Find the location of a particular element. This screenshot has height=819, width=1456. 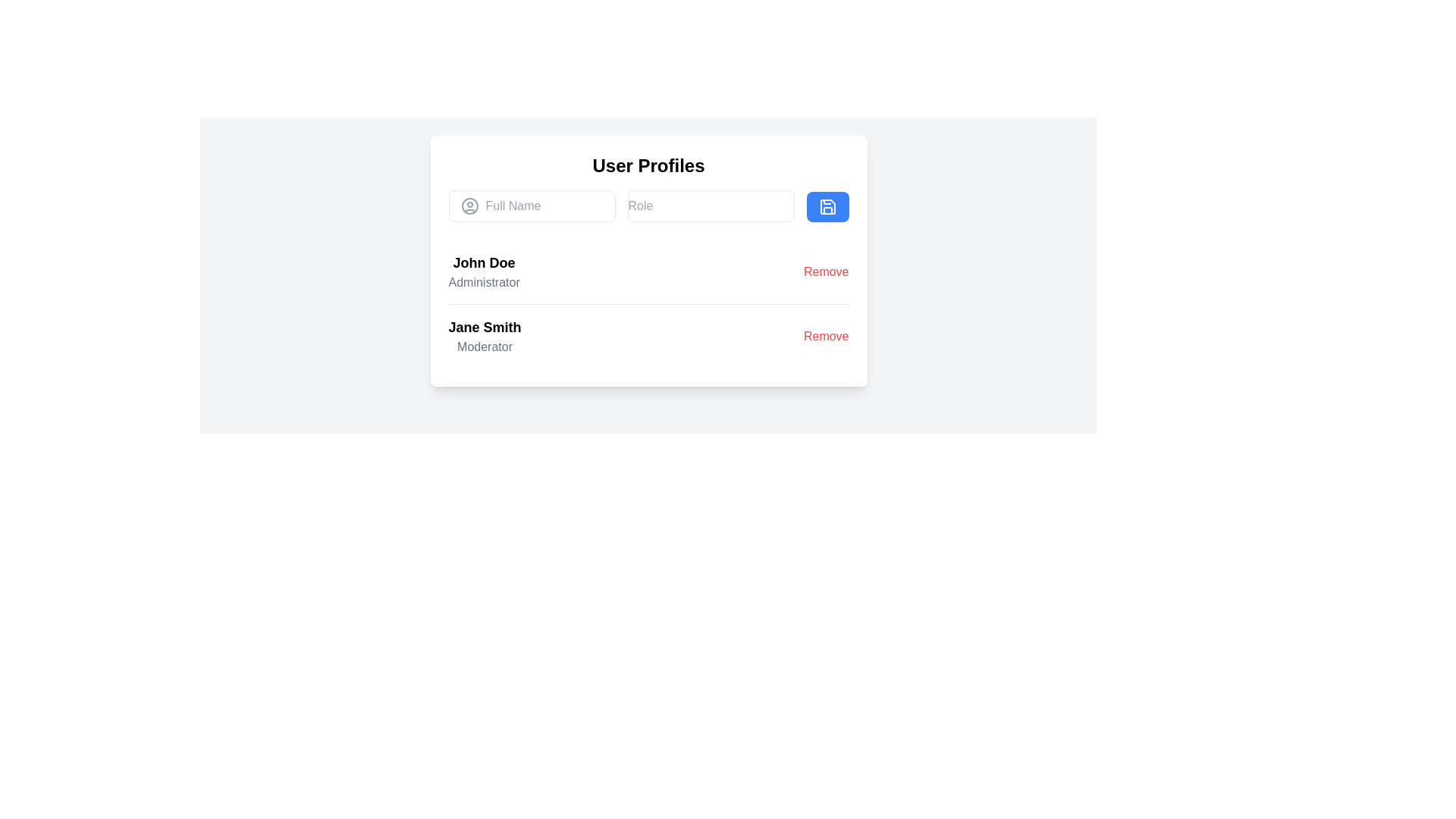

the Decorative icon, which is a circular gray icon resembling a user's profile picture, located in the 'Full Name' input field at the top of the user profile section is located at coordinates (469, 206).